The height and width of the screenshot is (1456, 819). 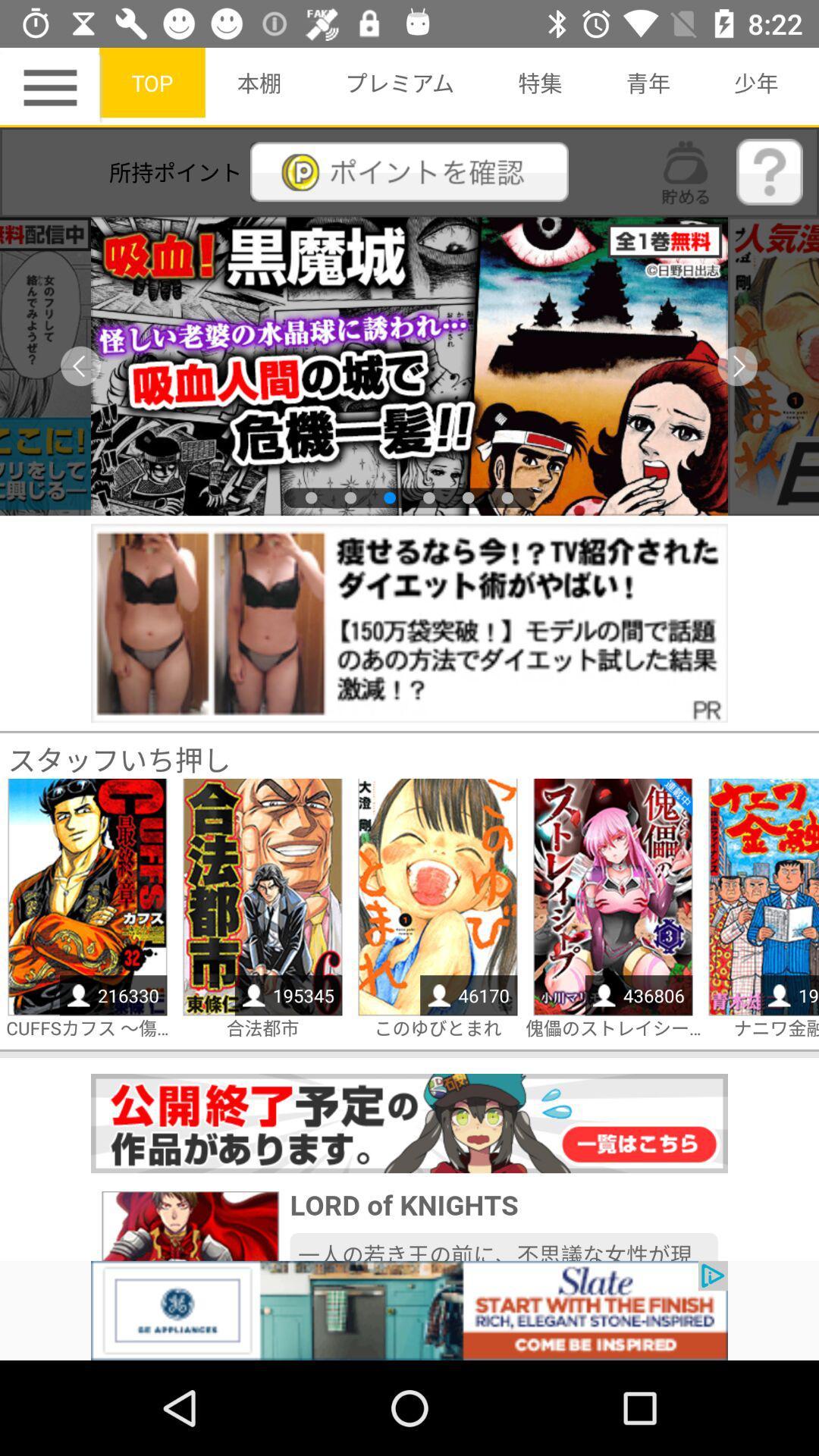 I want to click on the menu icon, so click(x=52, y=86).